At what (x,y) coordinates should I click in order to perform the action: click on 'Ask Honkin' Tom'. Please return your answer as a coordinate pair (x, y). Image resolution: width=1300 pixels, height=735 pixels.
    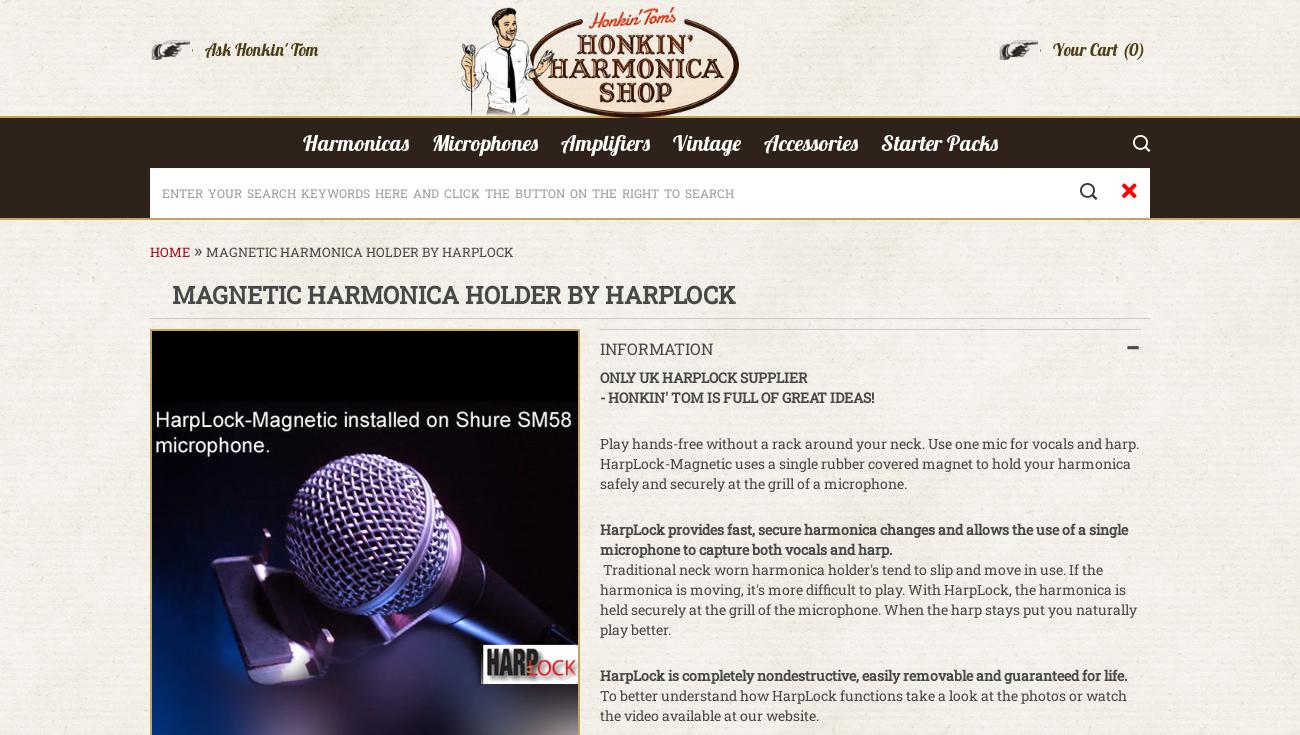
    Looking at the image, I should click on (260, 48).